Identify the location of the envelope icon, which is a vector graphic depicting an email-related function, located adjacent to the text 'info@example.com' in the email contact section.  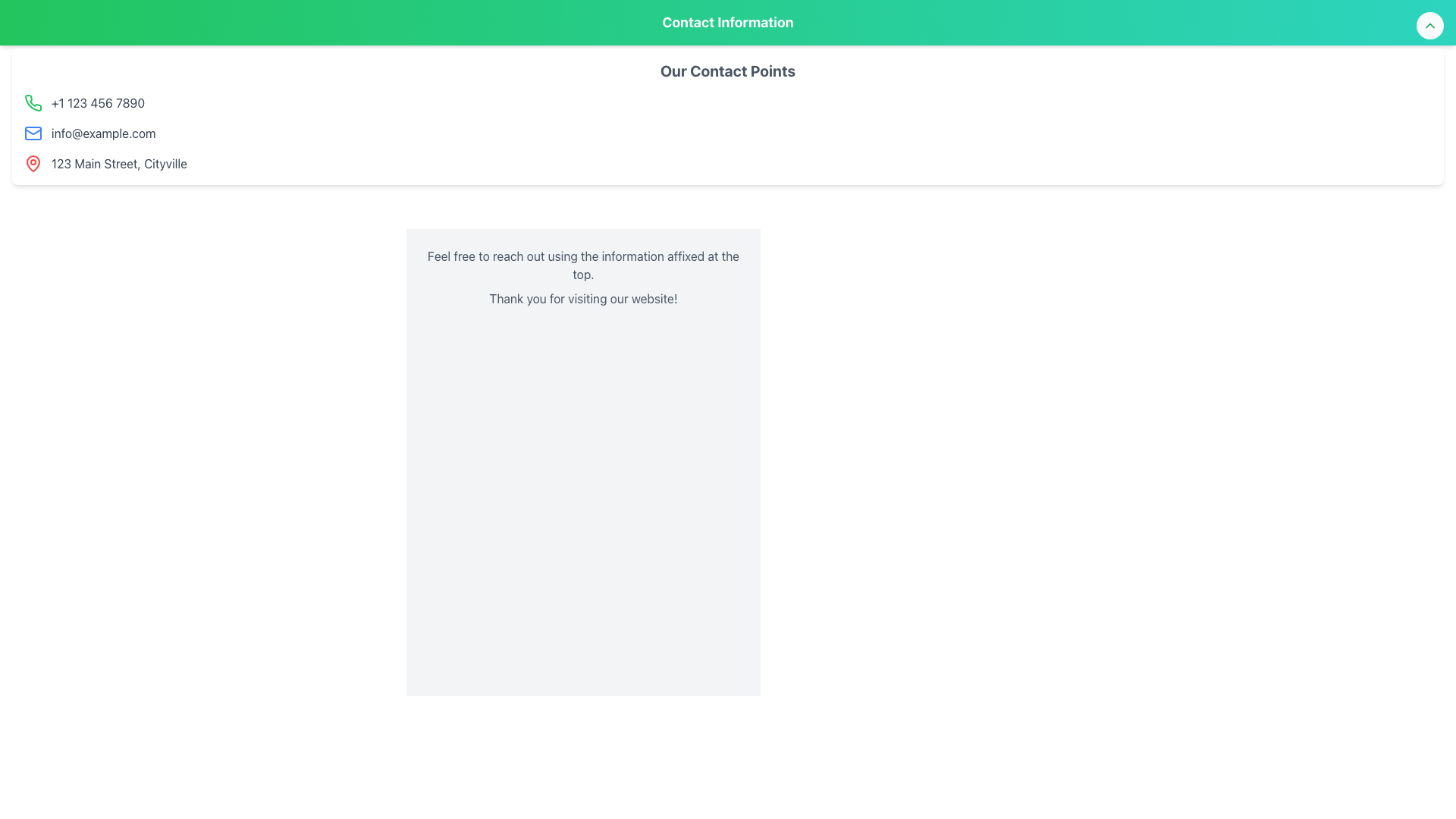
(33, 130).